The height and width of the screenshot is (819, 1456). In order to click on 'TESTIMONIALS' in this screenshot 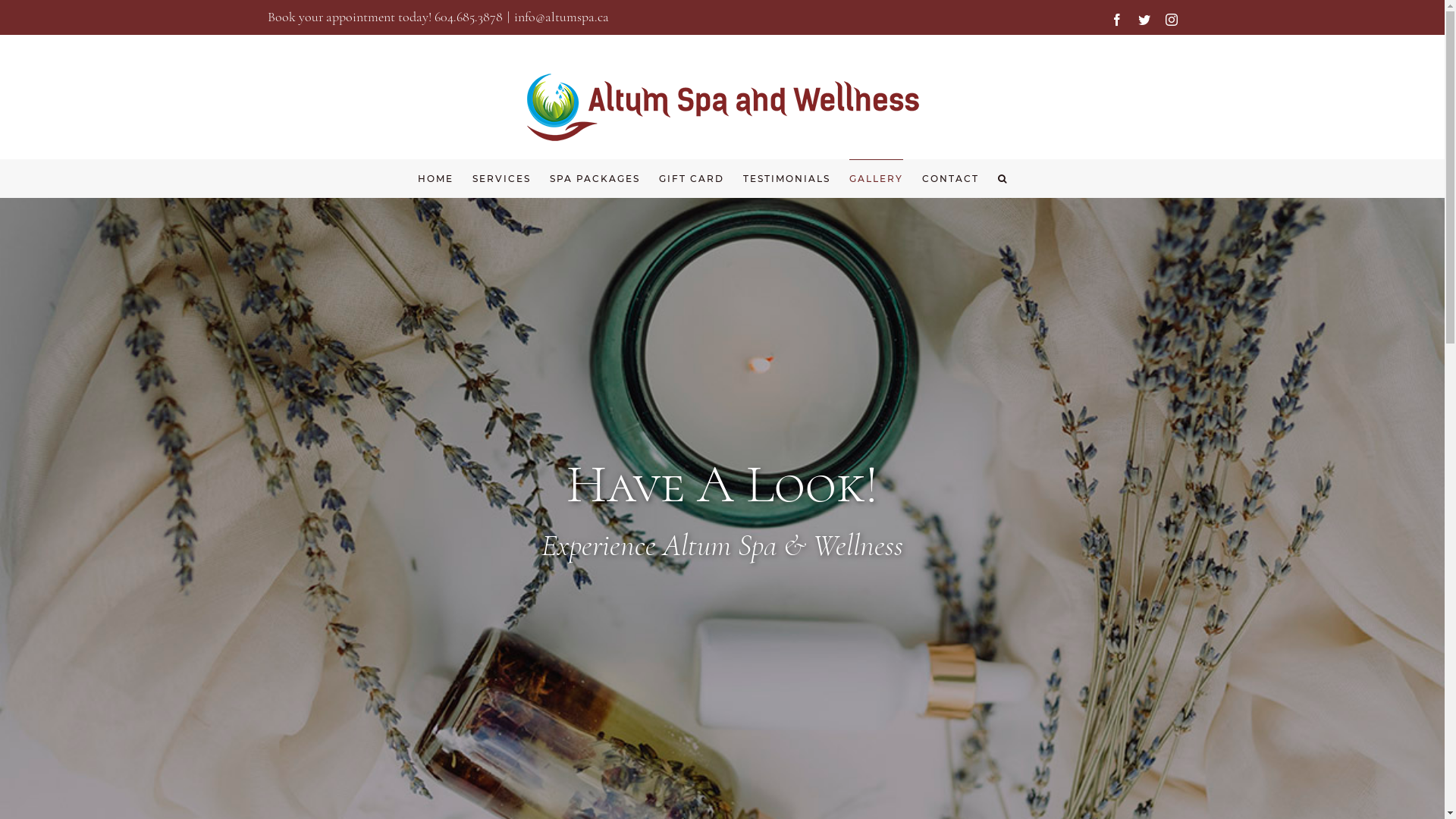, I will do `click(786, 177)`.